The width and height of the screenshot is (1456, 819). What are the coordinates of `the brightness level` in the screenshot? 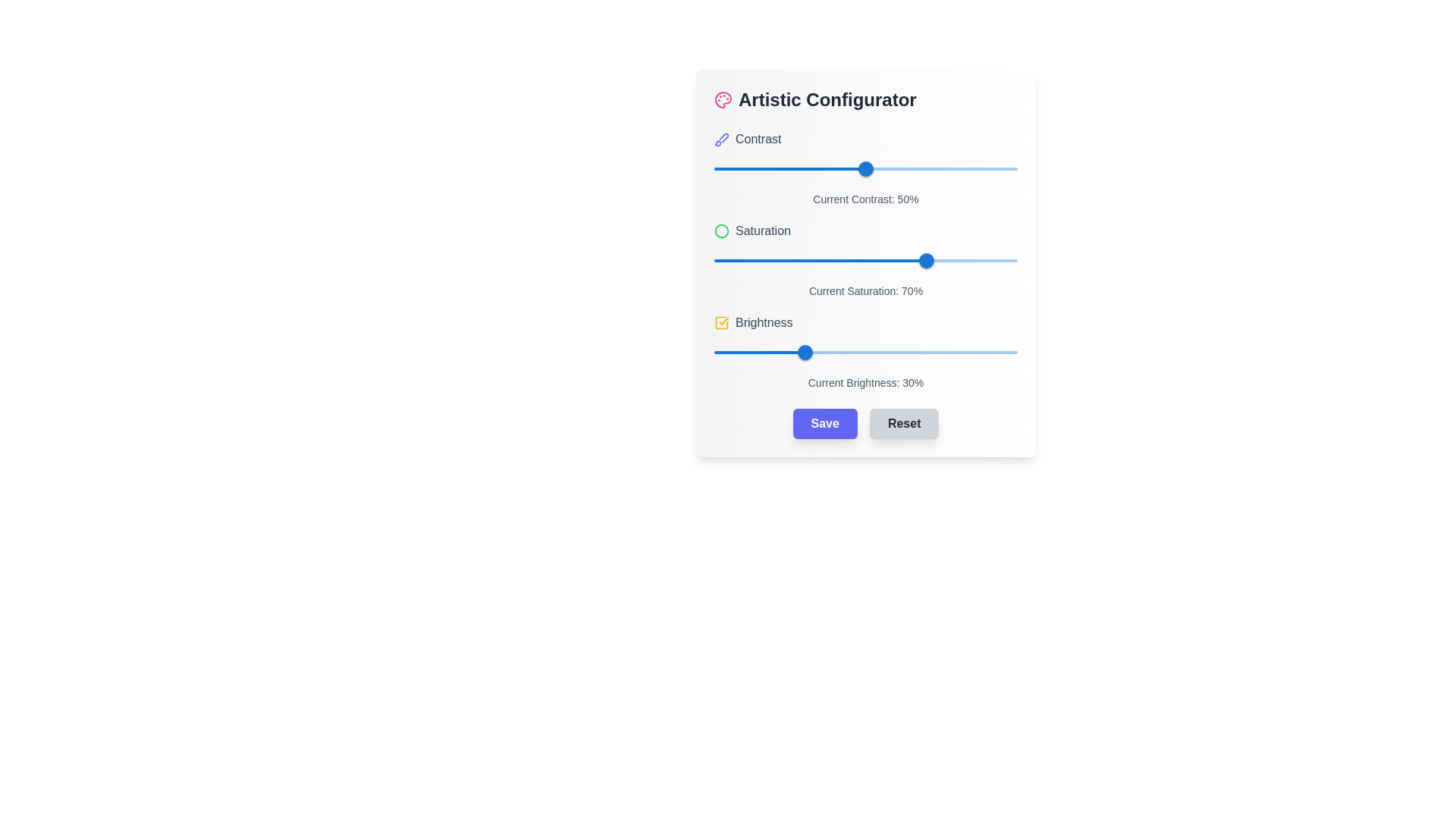 It's located at (783, 353).